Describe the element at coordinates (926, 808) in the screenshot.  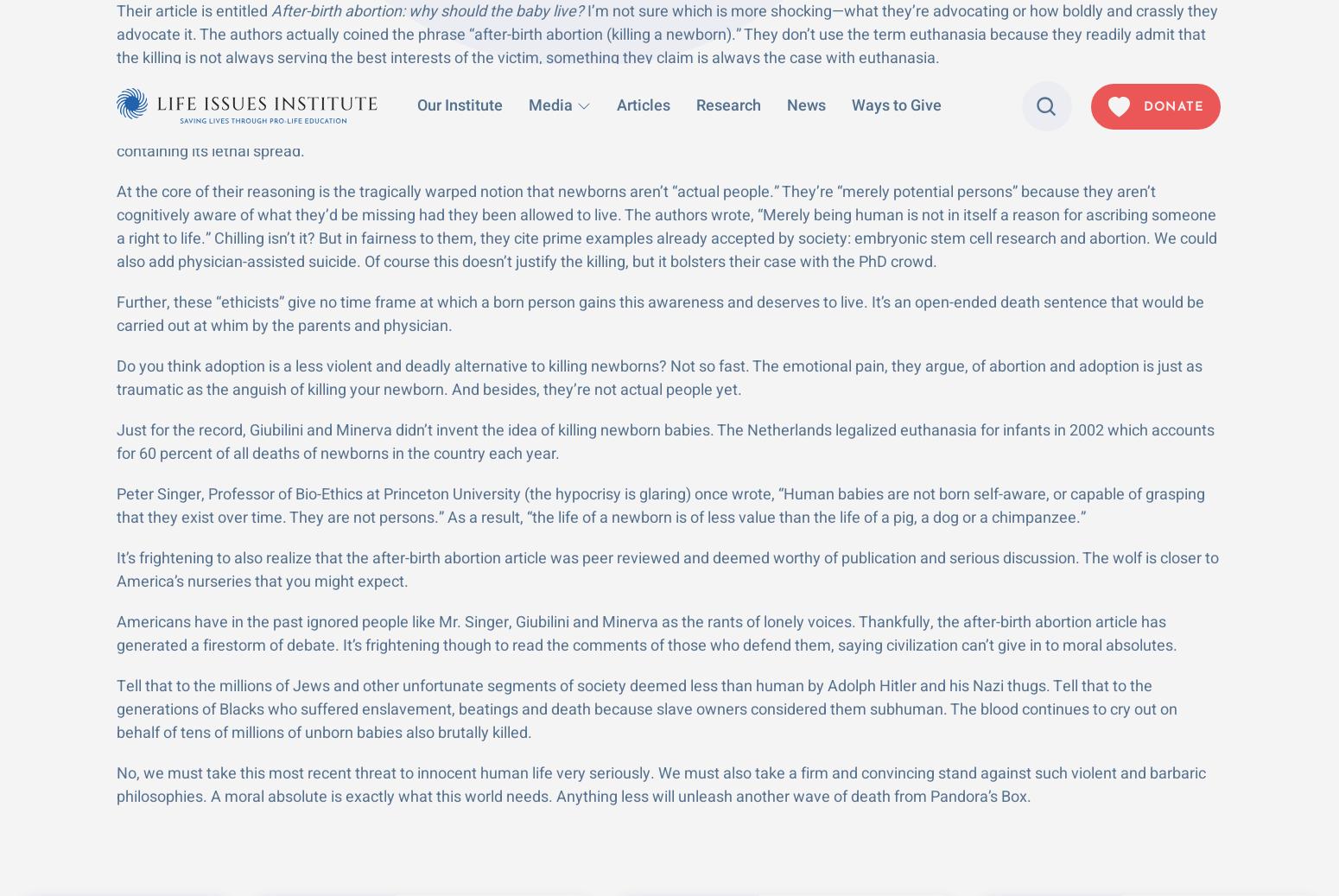
I see `'Careers'` at that location.